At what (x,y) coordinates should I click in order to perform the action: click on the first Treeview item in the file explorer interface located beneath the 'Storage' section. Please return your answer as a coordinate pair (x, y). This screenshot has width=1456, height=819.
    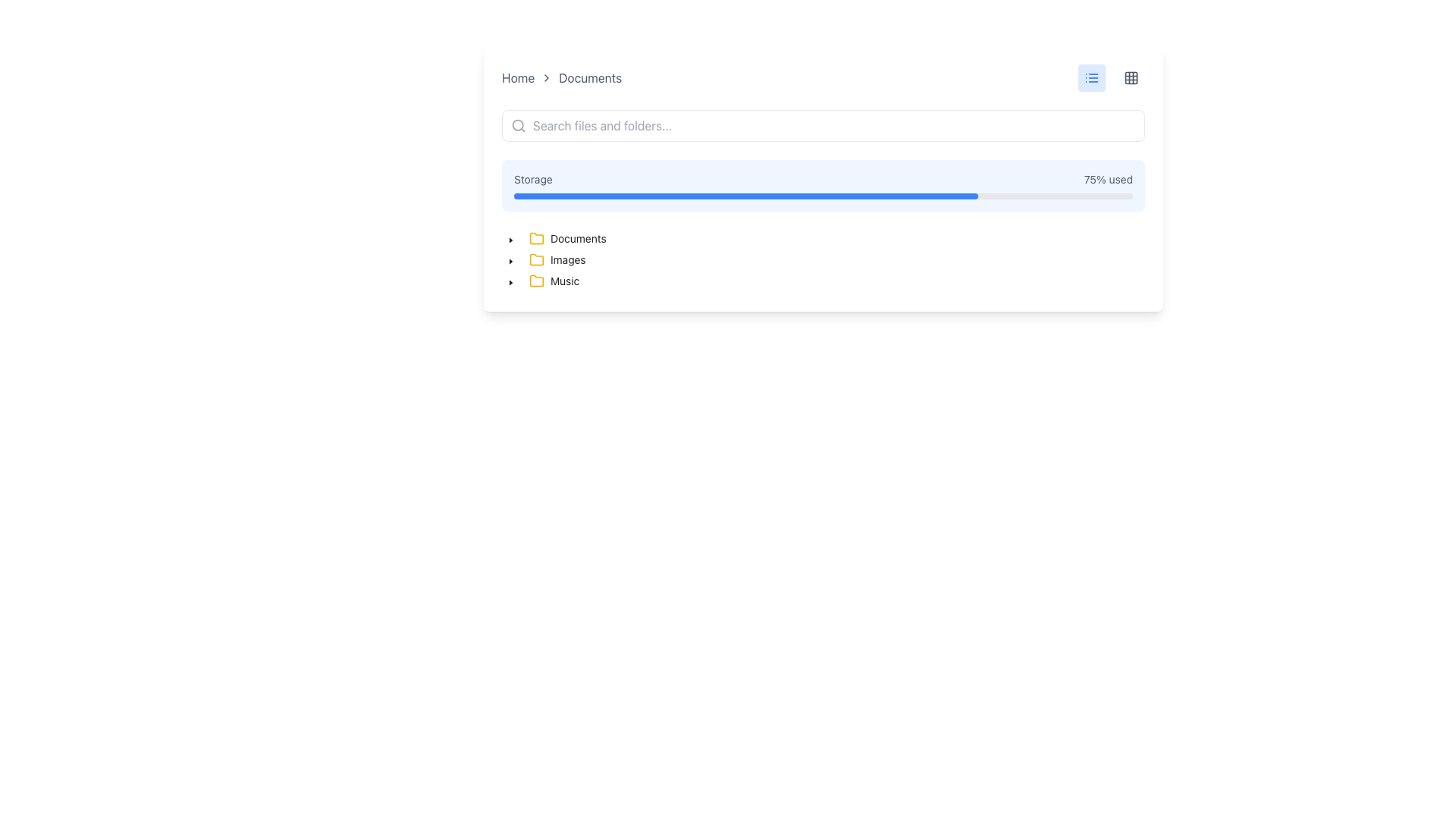
    Looking at the image, I should click on (566, 239).